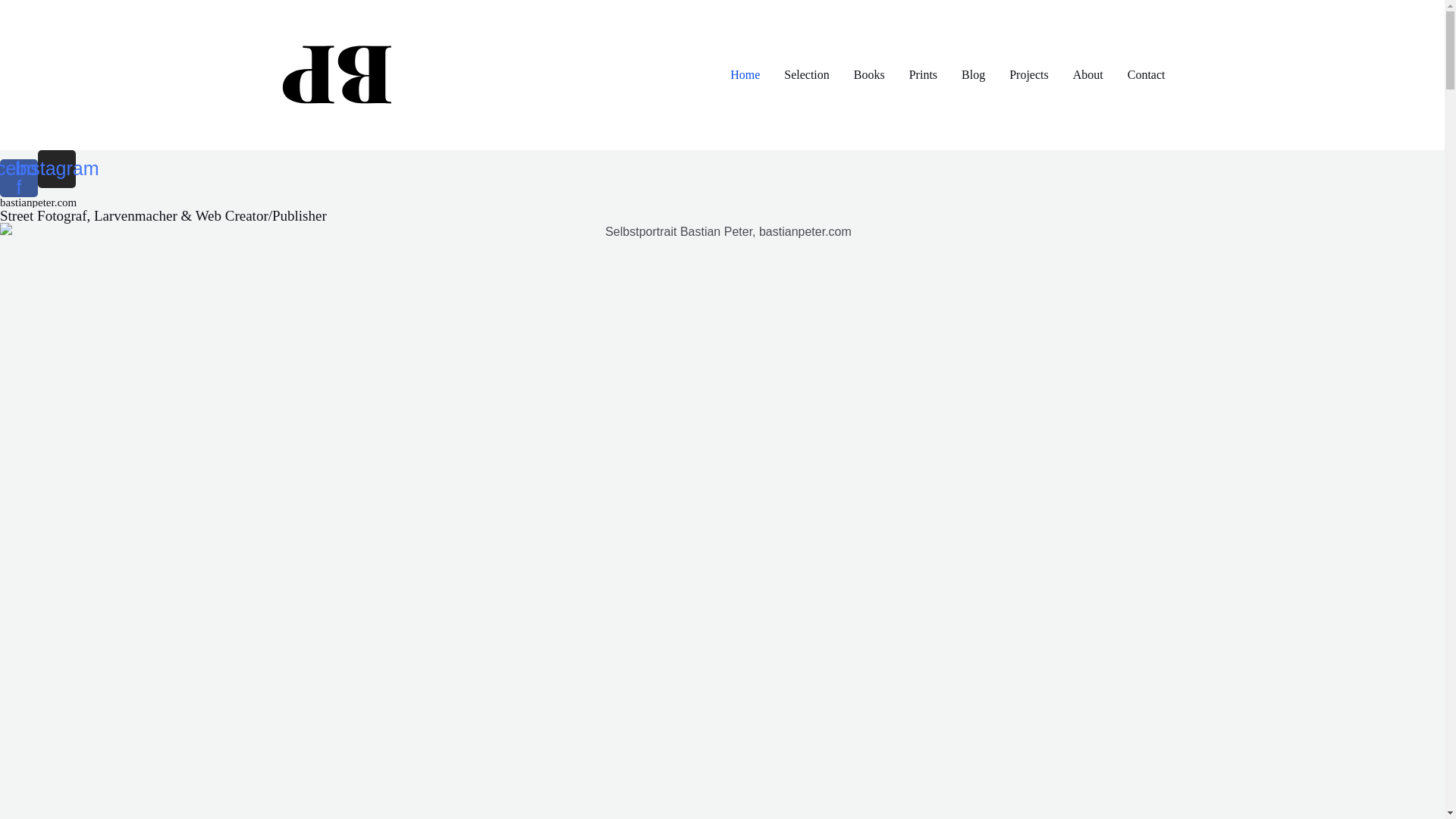 The height and width of the screenshot is (819, 1456). What do you see at coordinates (18, 177) in the screenshot?
I see `'Facebook-f'` at bounding box center [18, 177].